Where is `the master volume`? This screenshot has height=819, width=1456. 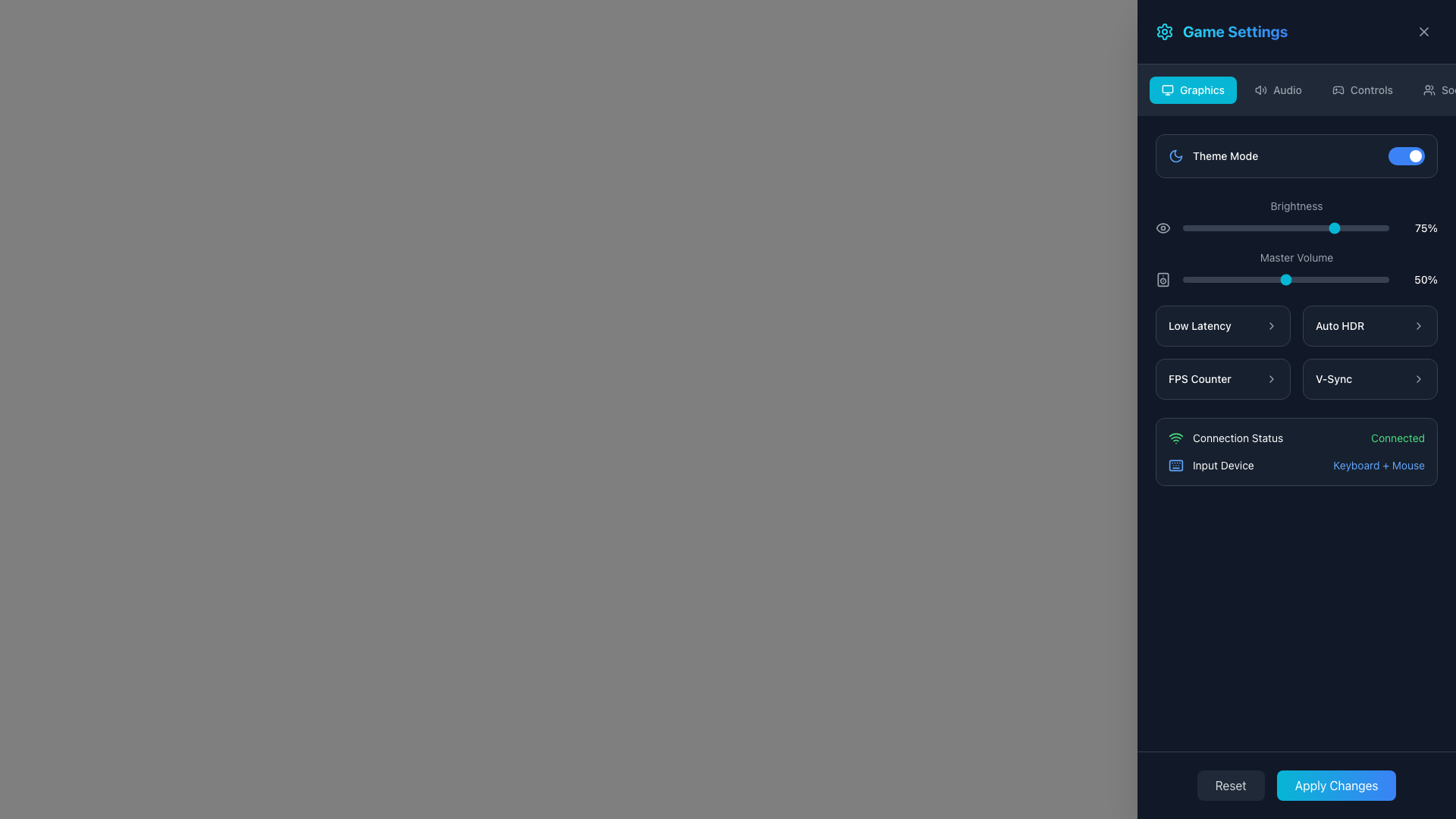 the master volume is located at coordinates (1376, 280).